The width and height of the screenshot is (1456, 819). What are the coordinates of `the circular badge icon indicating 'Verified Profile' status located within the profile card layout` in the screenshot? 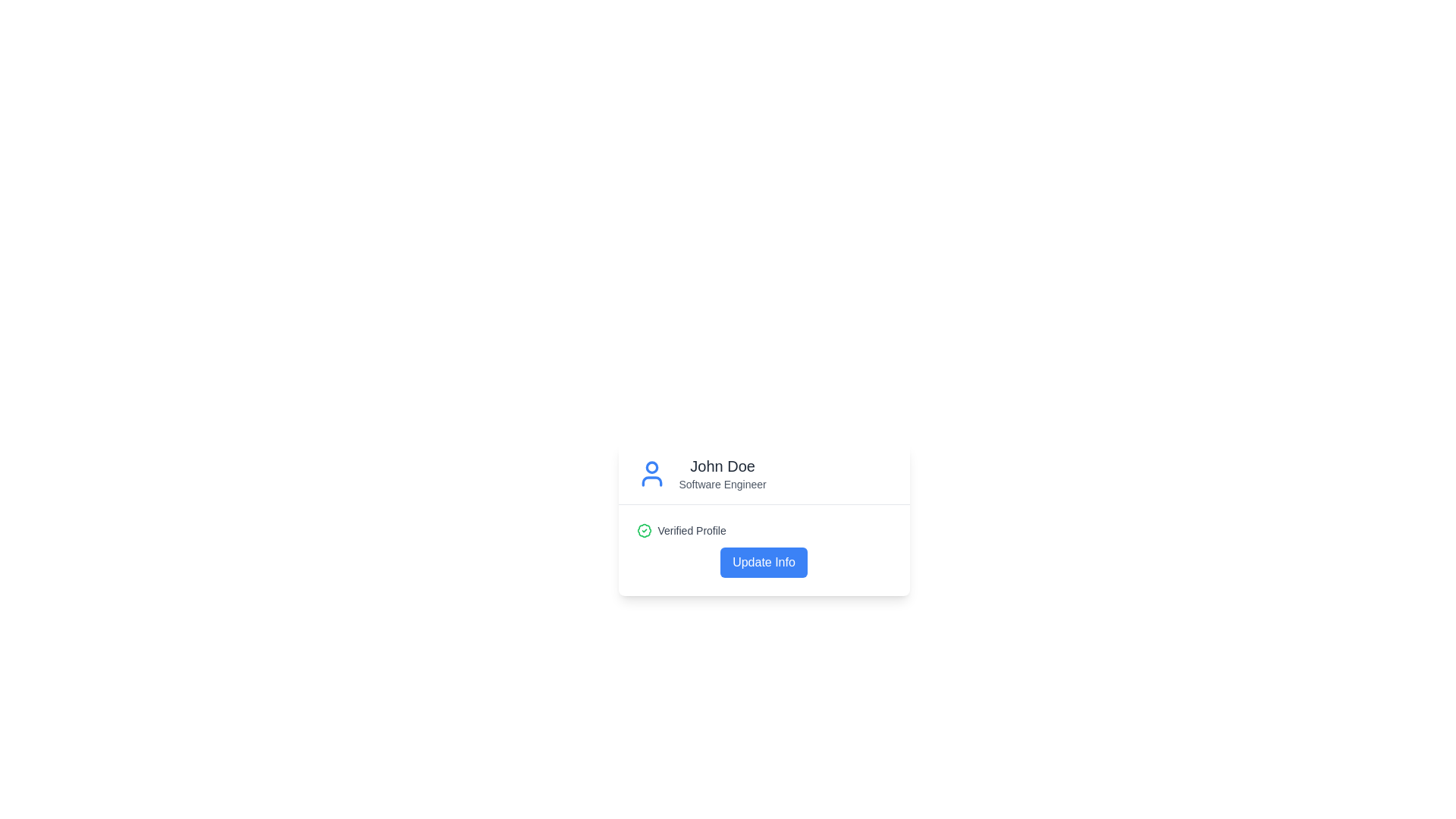 It's located at (644, 529).